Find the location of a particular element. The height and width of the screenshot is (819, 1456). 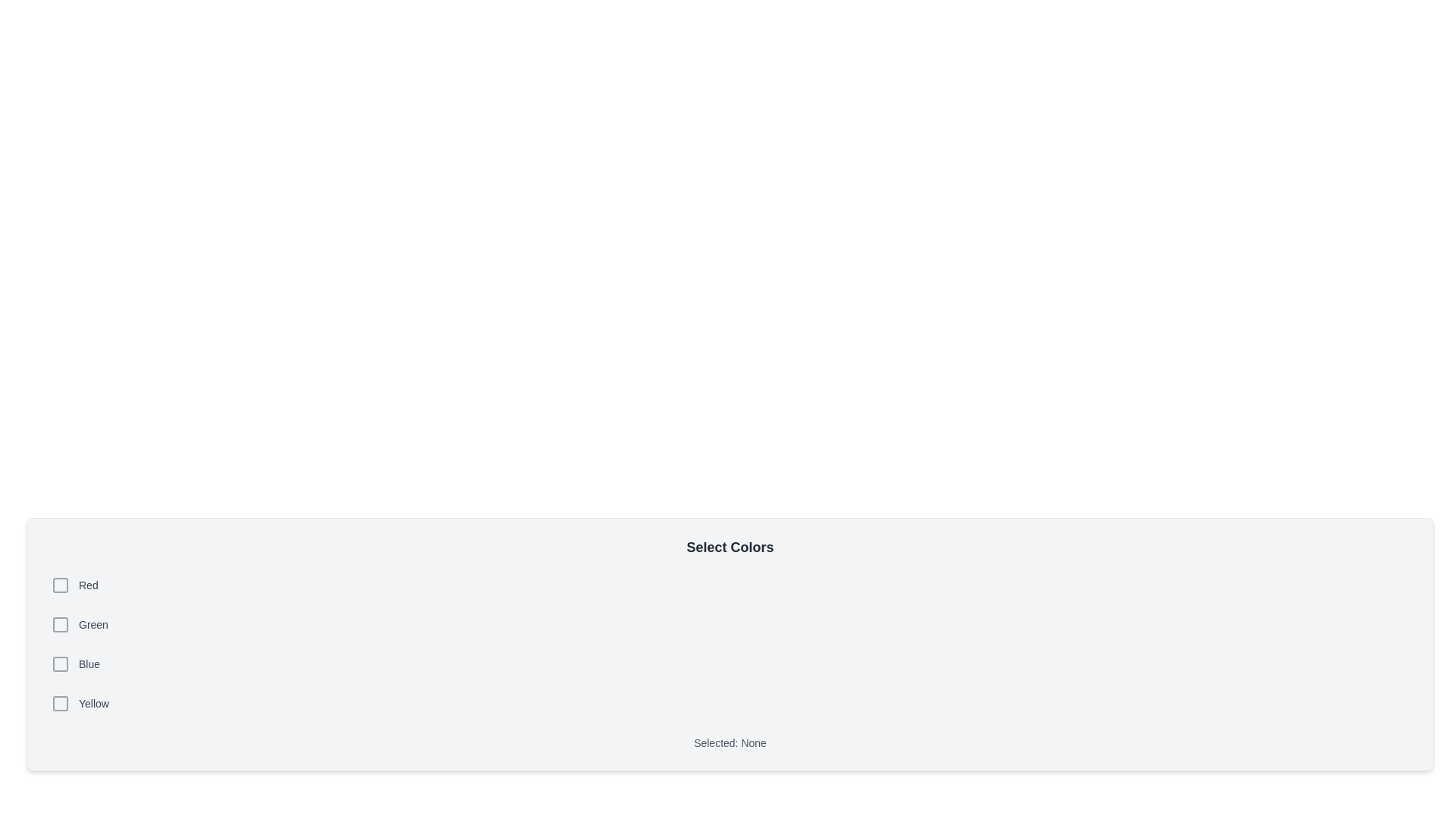

the checkbox indicator labeled 'Yellow' for accessibility navigation is located at coordinates (61, 704).